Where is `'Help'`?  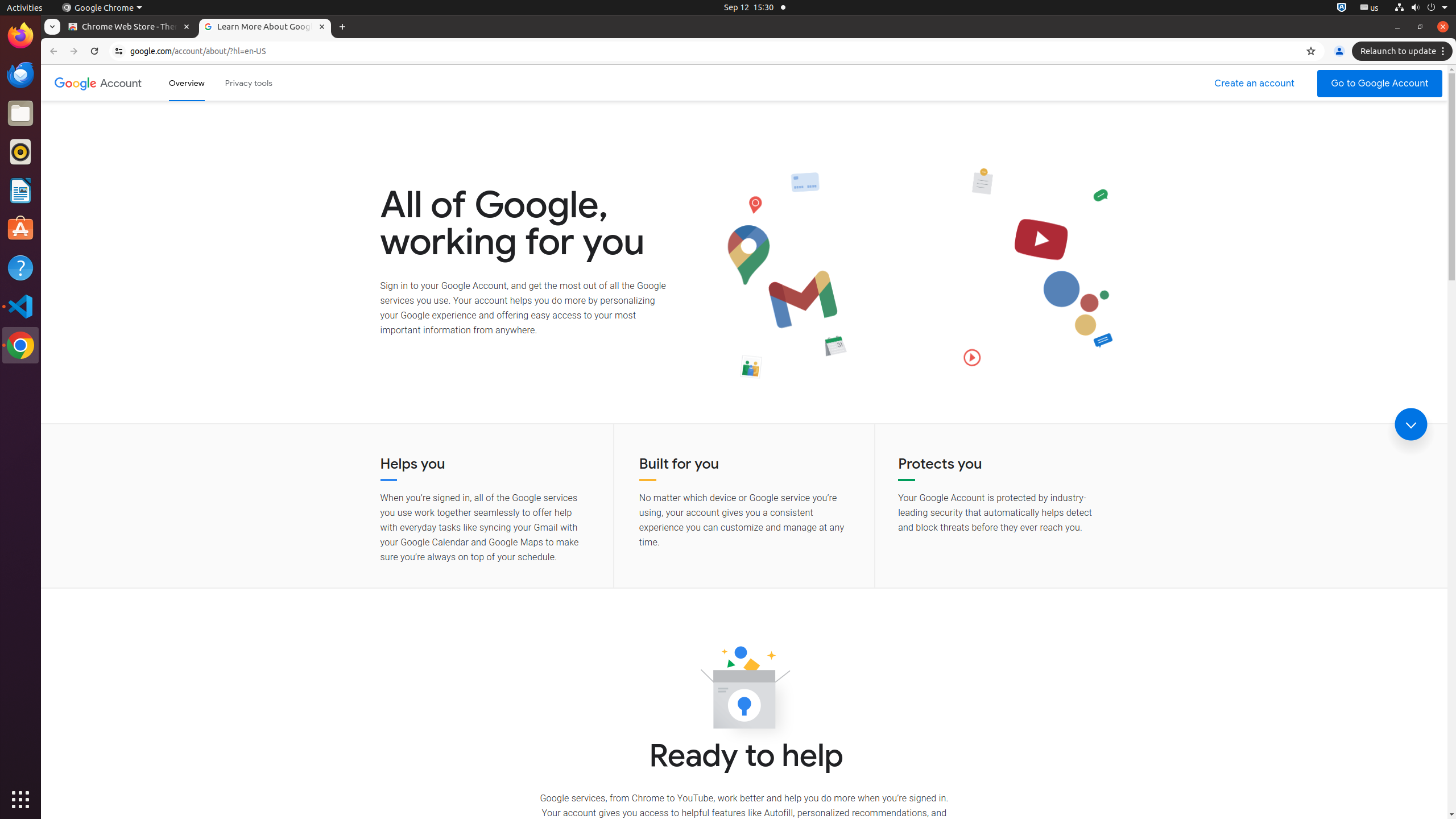 'Help' is located at coordinates (20, 268).